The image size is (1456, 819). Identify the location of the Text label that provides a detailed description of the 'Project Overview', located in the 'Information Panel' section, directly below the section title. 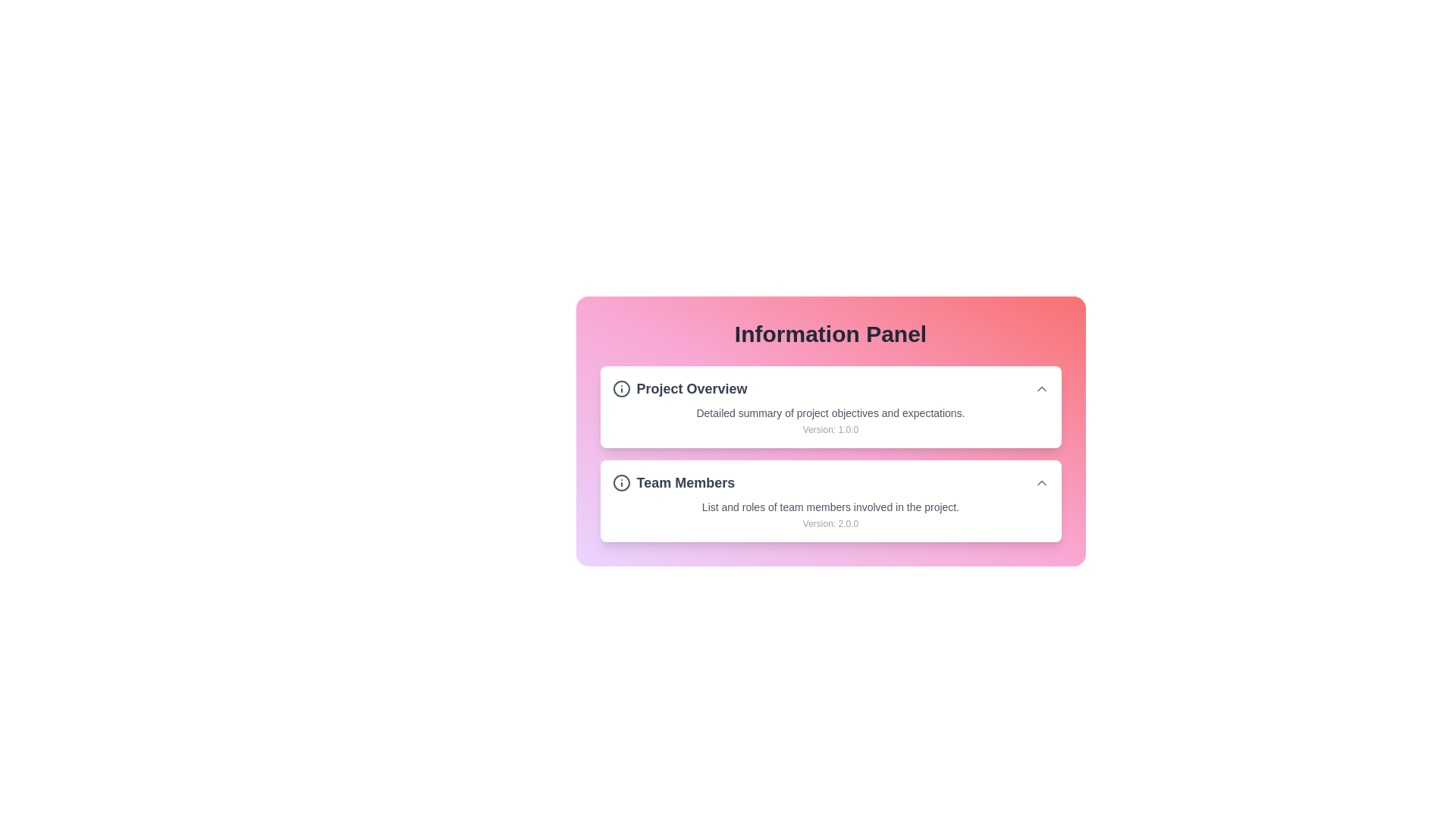
(830, 413).